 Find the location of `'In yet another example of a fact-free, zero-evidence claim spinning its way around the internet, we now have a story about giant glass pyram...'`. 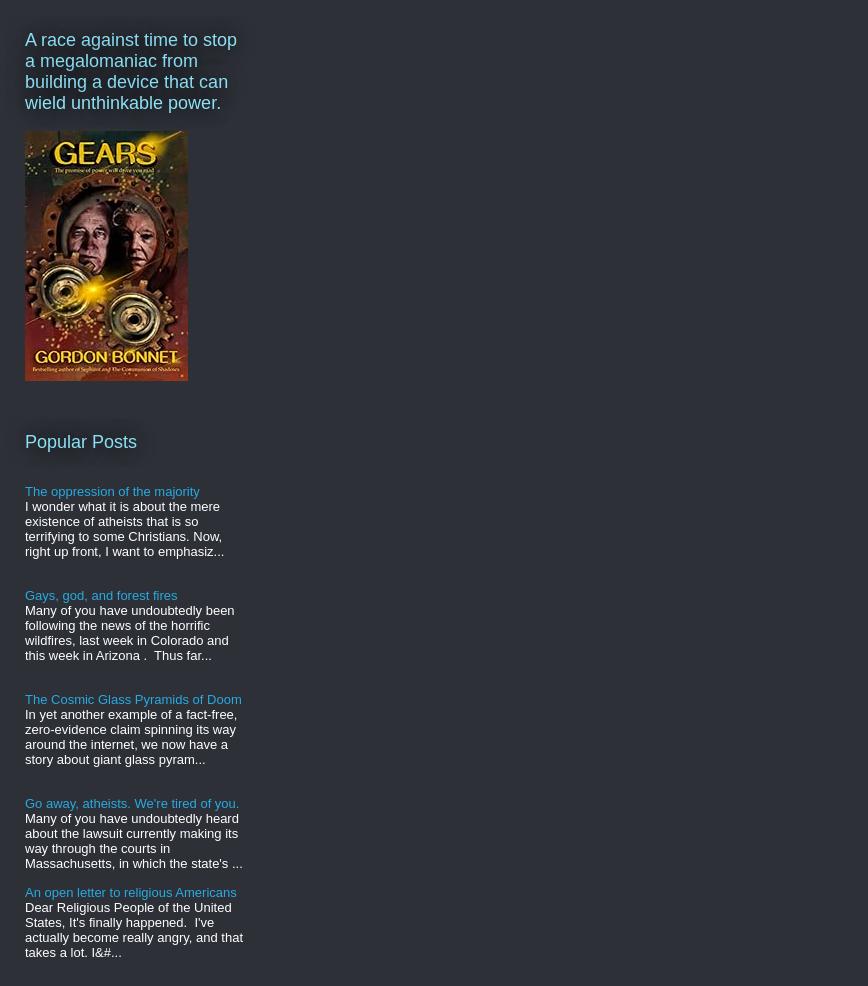

'In yet another example of a fact-free, zero-evidence claim spinning its way around the internet, we now have a story about giant glass pyram...' is located at coordinates (130, 735).